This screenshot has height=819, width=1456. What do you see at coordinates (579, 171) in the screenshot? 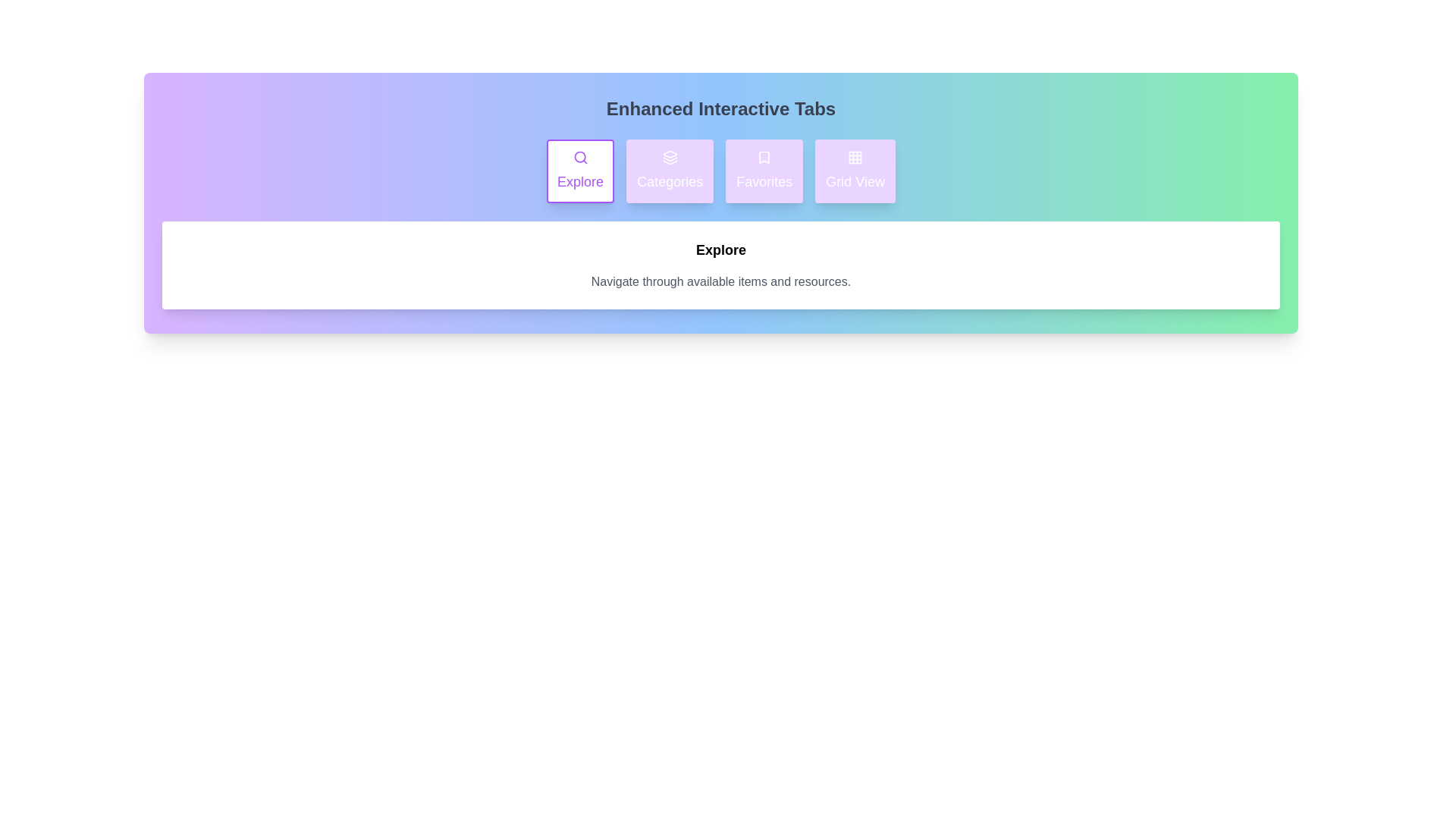
I see `the tab label to select the text` at bounding box center [579, 171].